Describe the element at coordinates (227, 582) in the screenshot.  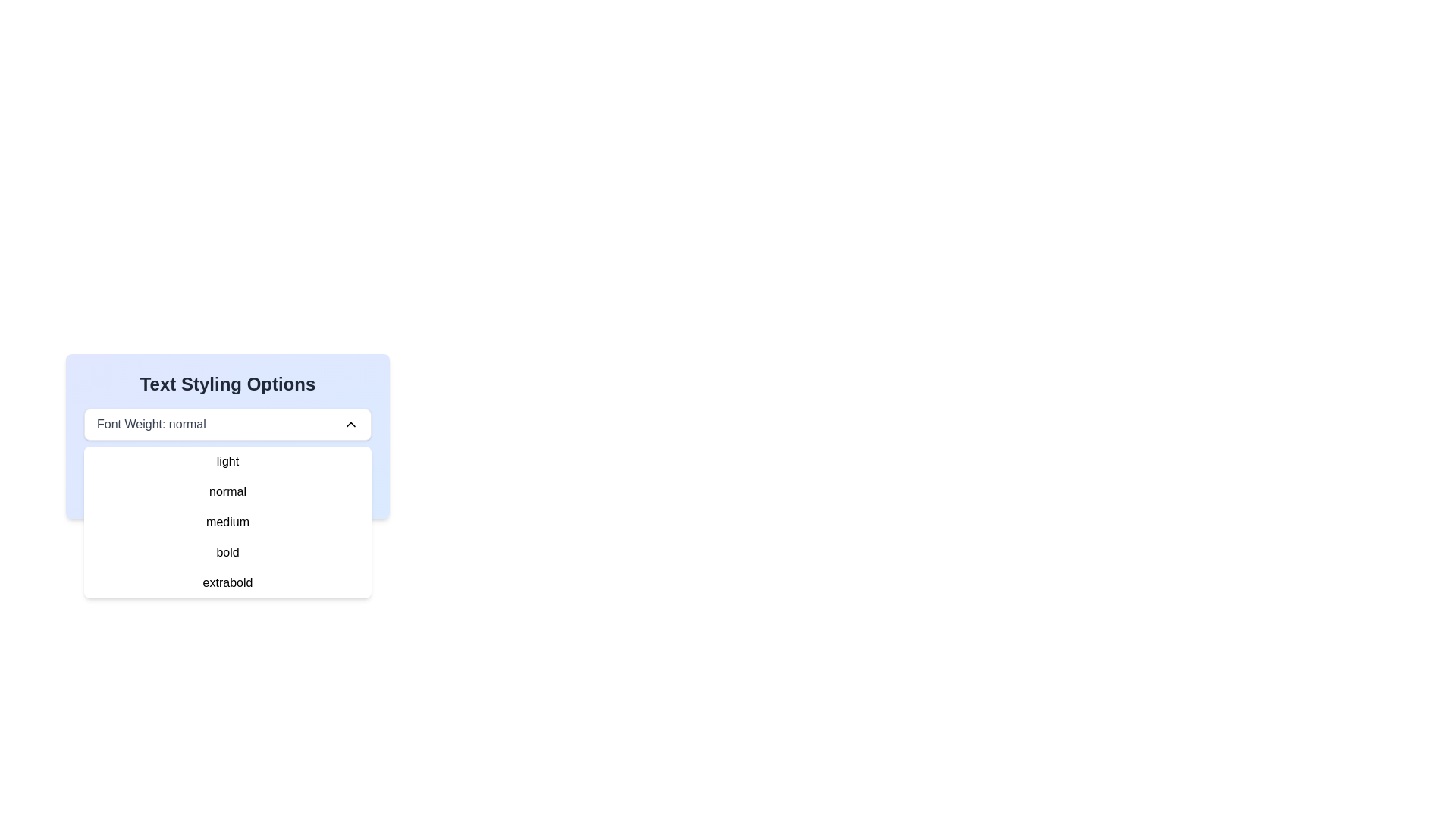
I see `the 'extrabold' font weight option in the dropdown menu, which is the last item in the list of font weight options` at that location.